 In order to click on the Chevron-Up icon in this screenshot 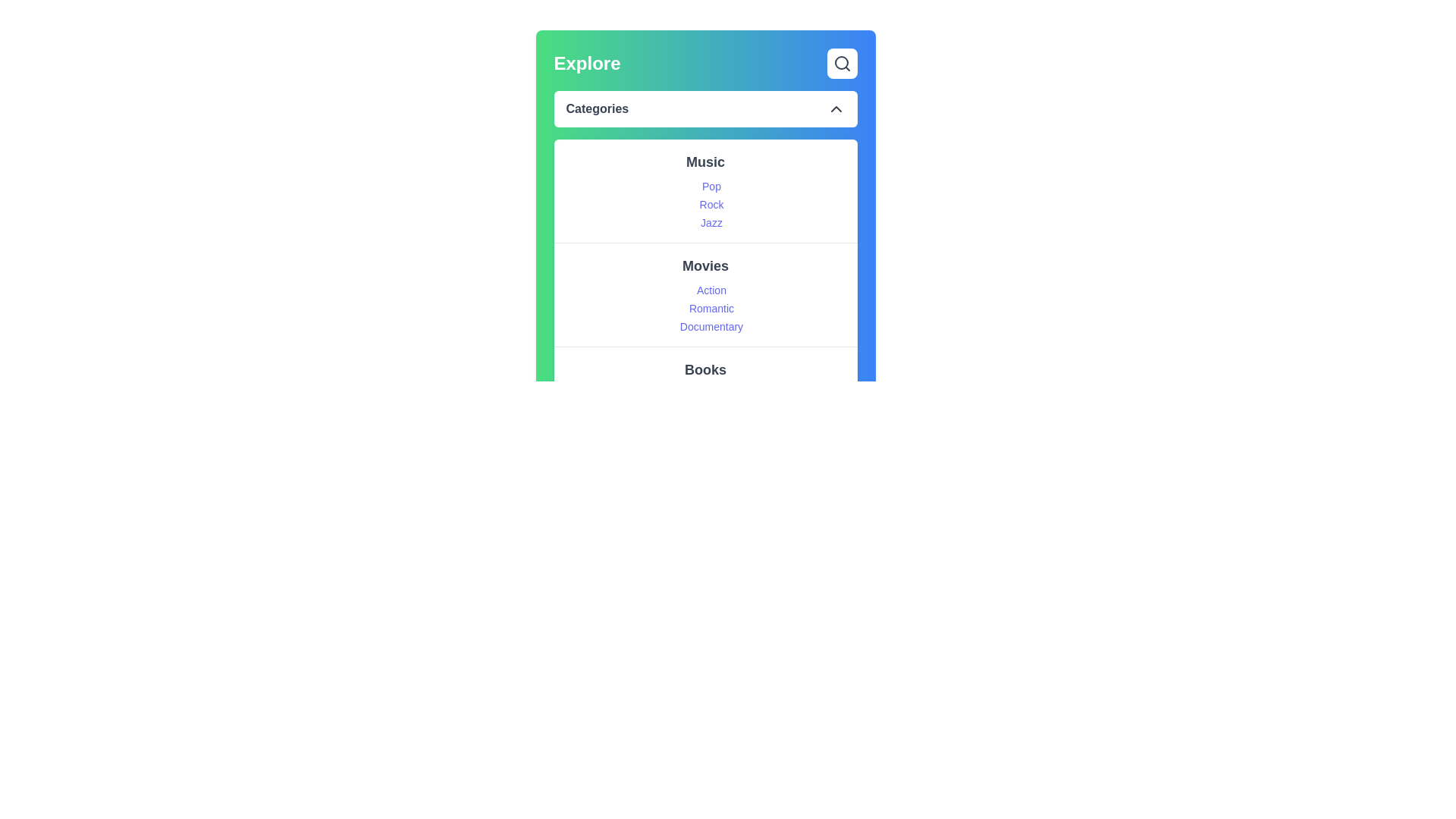, I will do `click(835, 108)`.